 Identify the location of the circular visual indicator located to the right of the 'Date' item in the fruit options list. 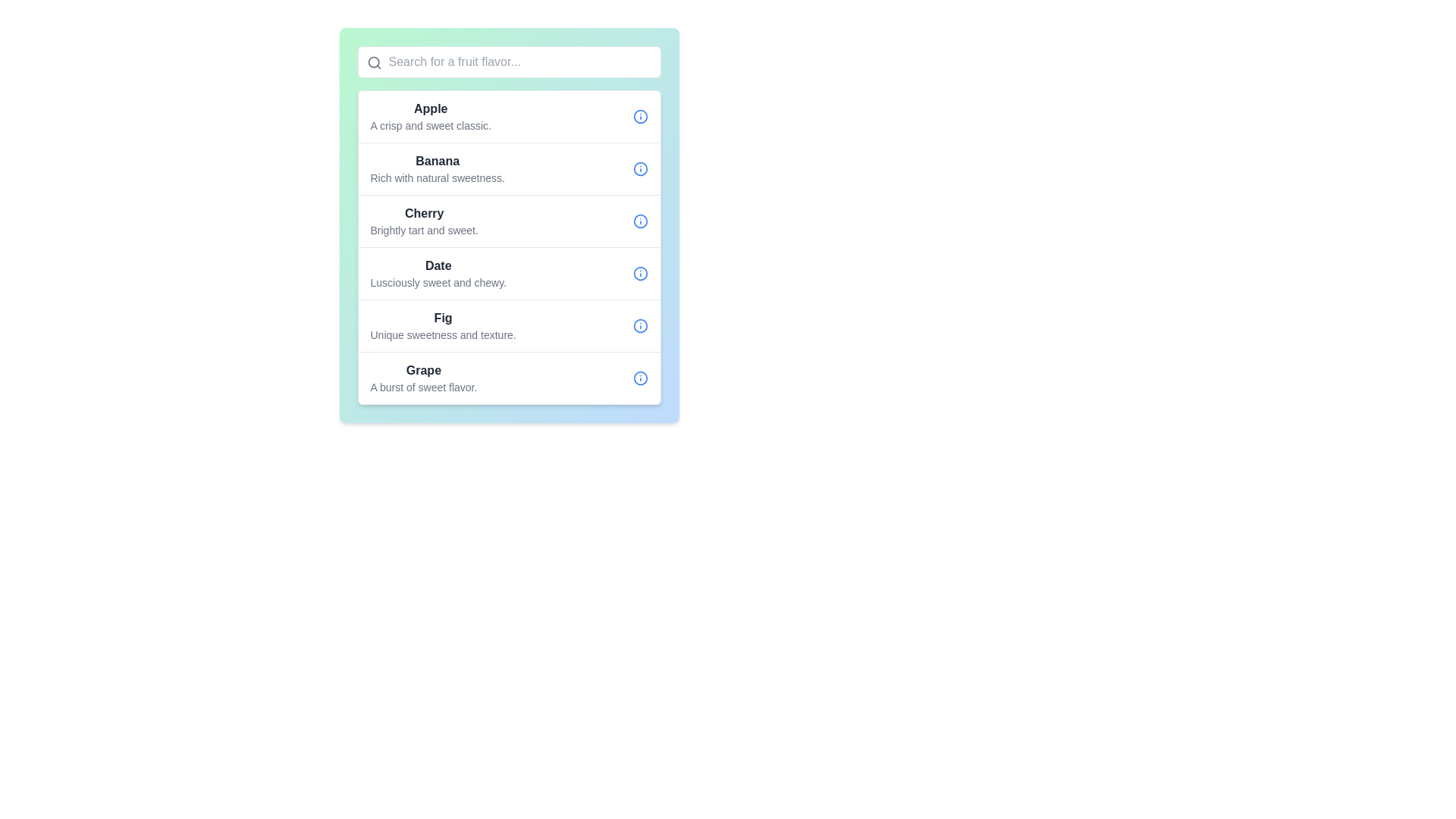
(640, 274).